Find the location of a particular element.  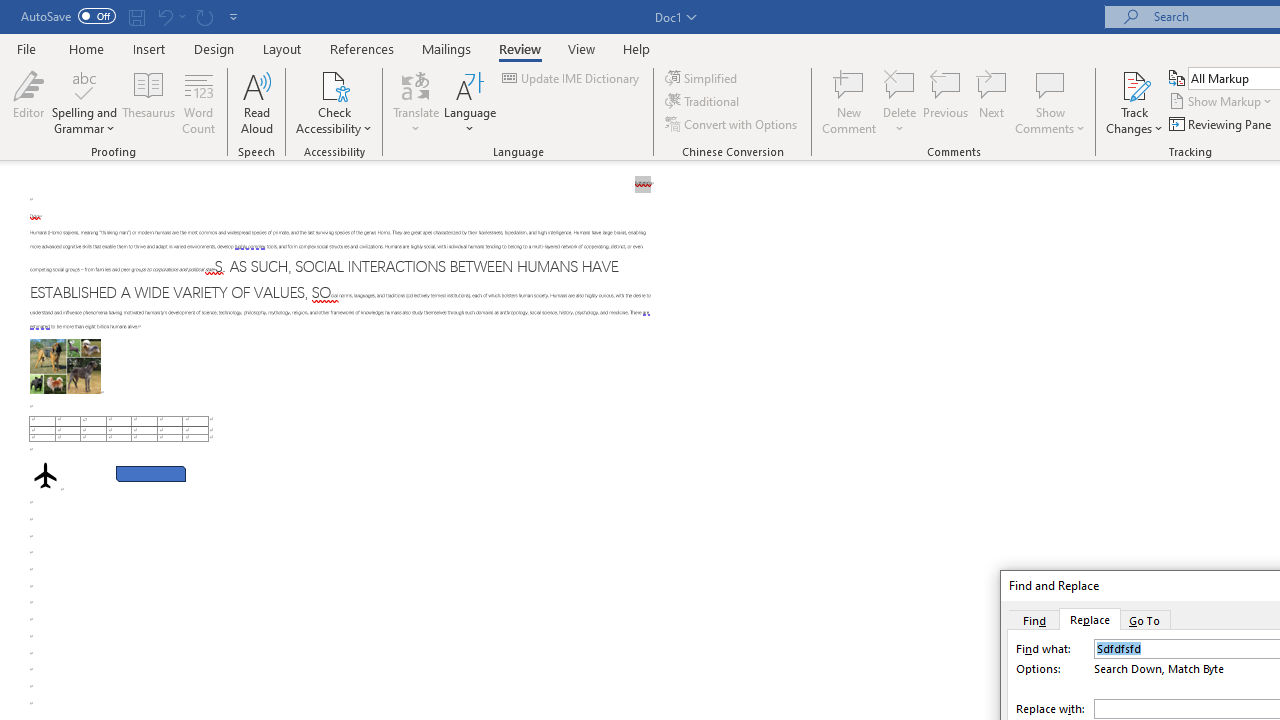

'Track Changes' is located at coordinates (1134, 84).